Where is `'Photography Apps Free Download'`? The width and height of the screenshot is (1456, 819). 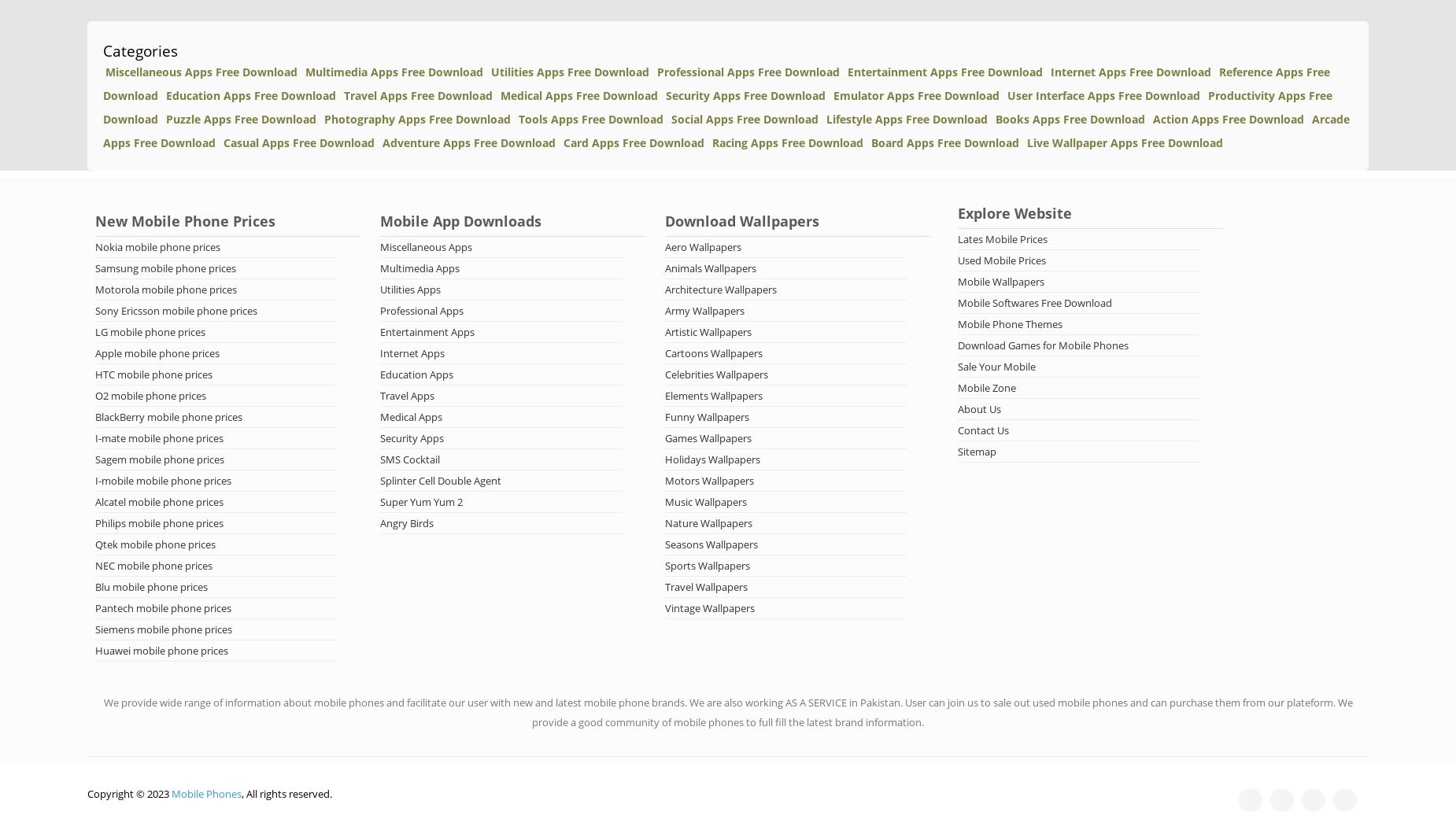
'Photography Apps Free Download' is located at coordinates (417, 119).